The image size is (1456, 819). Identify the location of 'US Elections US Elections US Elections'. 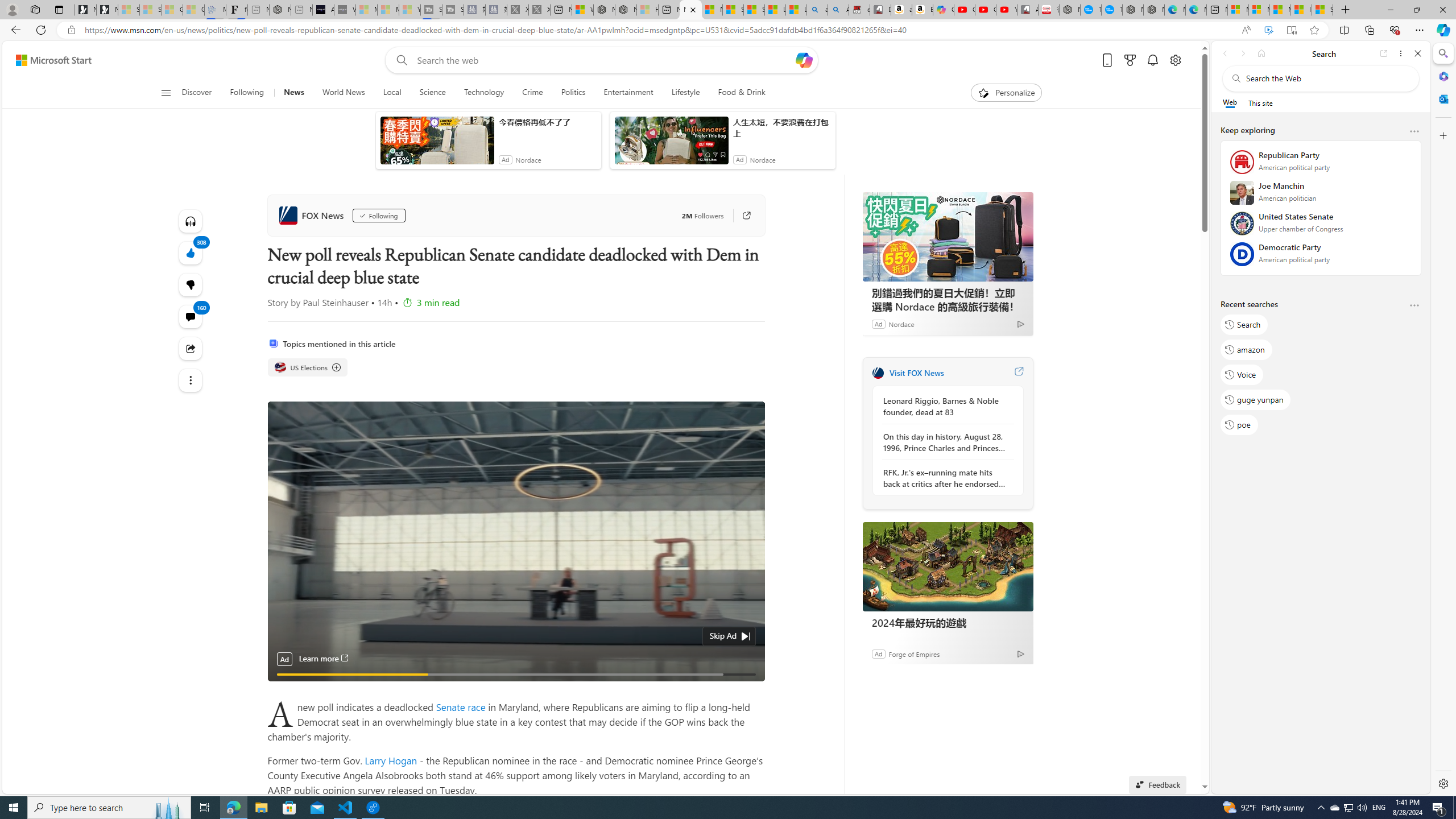
(308, 367).